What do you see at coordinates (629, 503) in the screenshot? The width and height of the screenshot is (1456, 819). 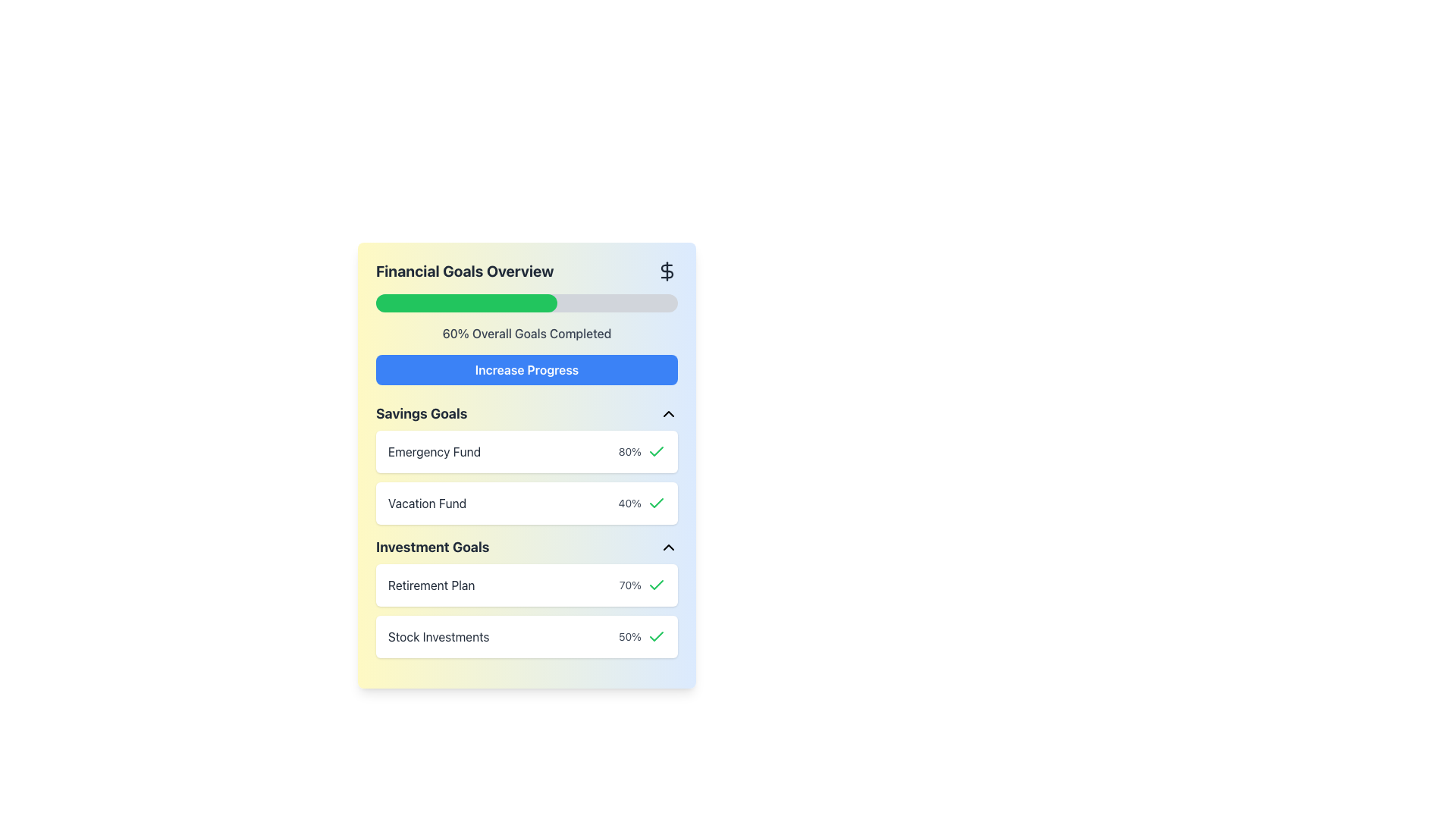 I see `the Text Label displaying '40%' in a gray font, associated with the 'Vacation Fund' under the 'Savings Goals' section` at bounding box center [629, 503].